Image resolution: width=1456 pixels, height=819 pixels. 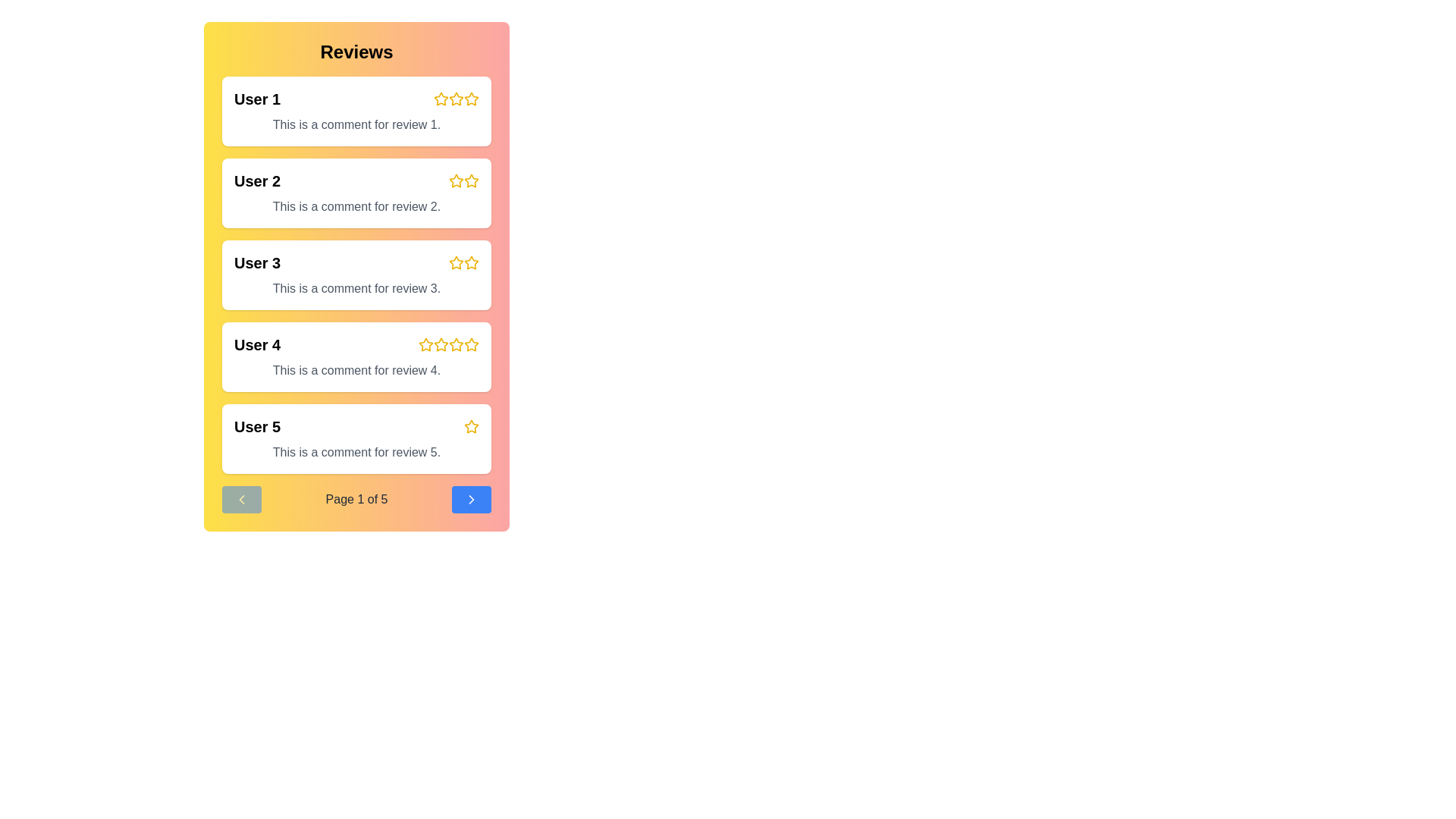 I want to click on text element styled in muted gray color that says 'This is a comment for review 3.' located within the third review card labeled 'User 3', so click(x=356, y=289).